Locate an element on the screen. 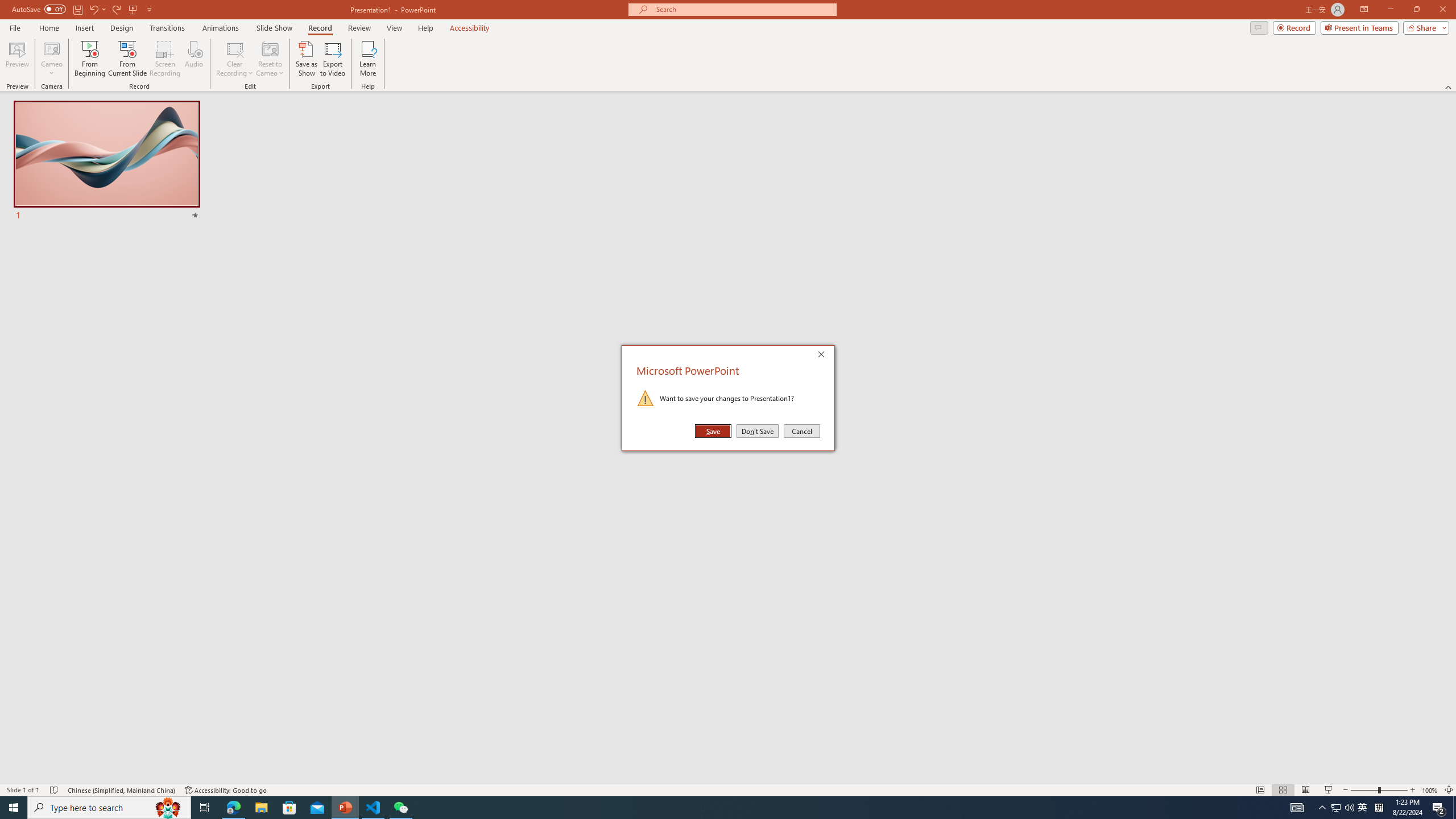 The image size is (1456, 819). 'Zoom 100%' is located at coordinates (1430, 790).